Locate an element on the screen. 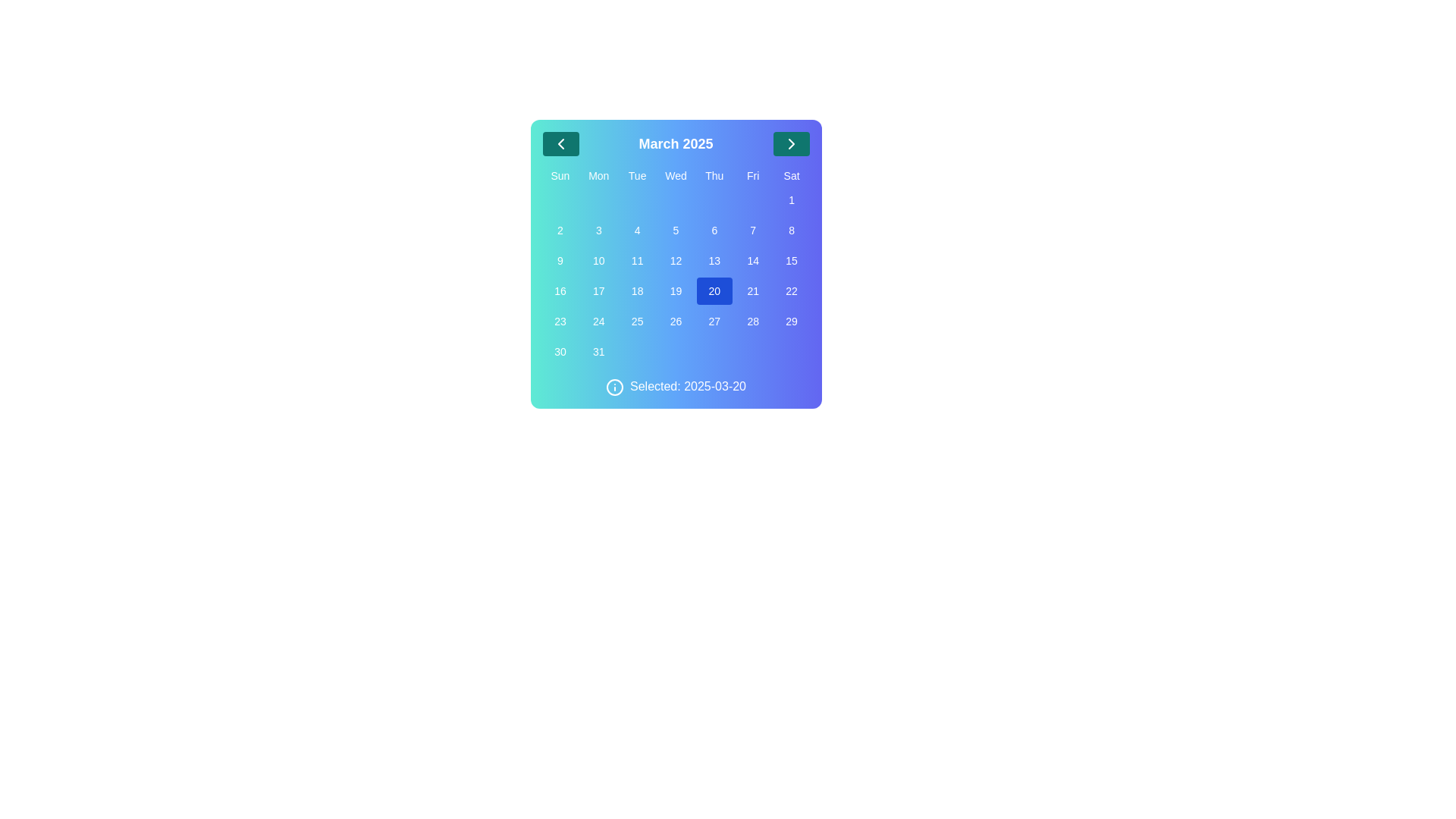 This screenshot has width=1456, height=819. the button representing the date '6' in the calendar is located at coordinates (713, 231).